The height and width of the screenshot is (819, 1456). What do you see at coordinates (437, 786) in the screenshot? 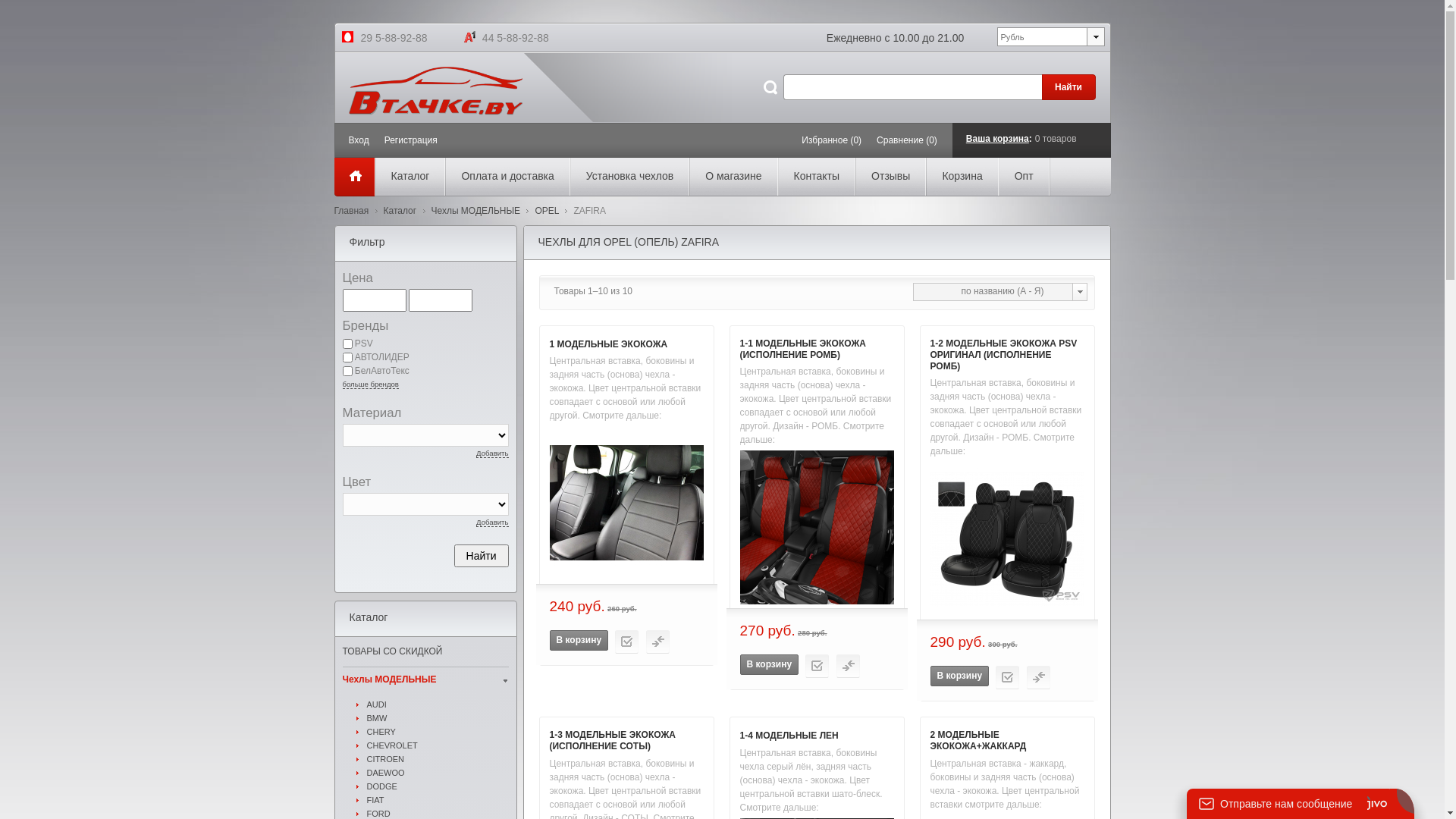
I see `'DODGE'` at bounding box center [437, 786].